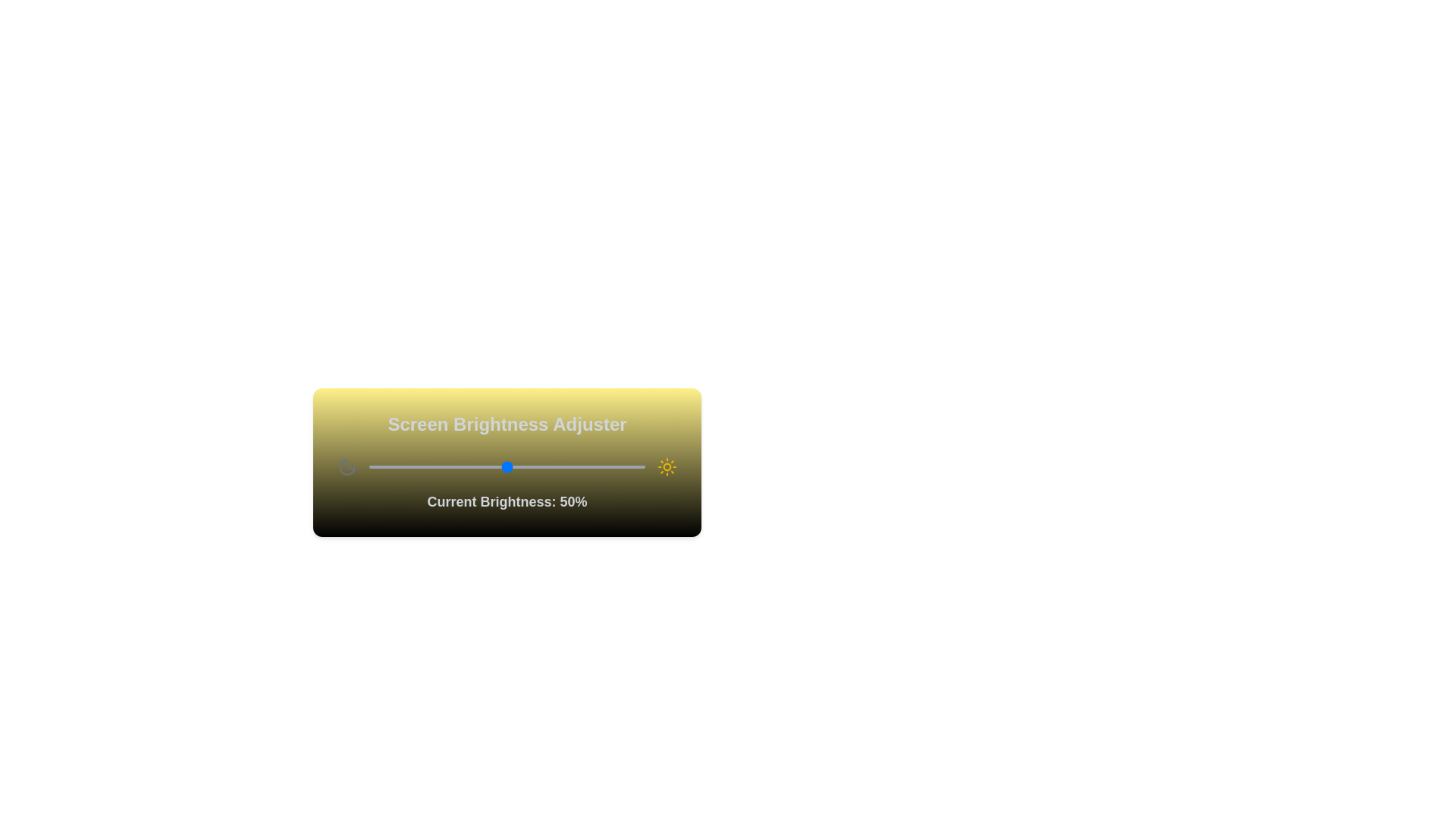 The height and width of the screenshot is (819, 1456). I want to click on the brightness slider to 50%, so click(507, 466).